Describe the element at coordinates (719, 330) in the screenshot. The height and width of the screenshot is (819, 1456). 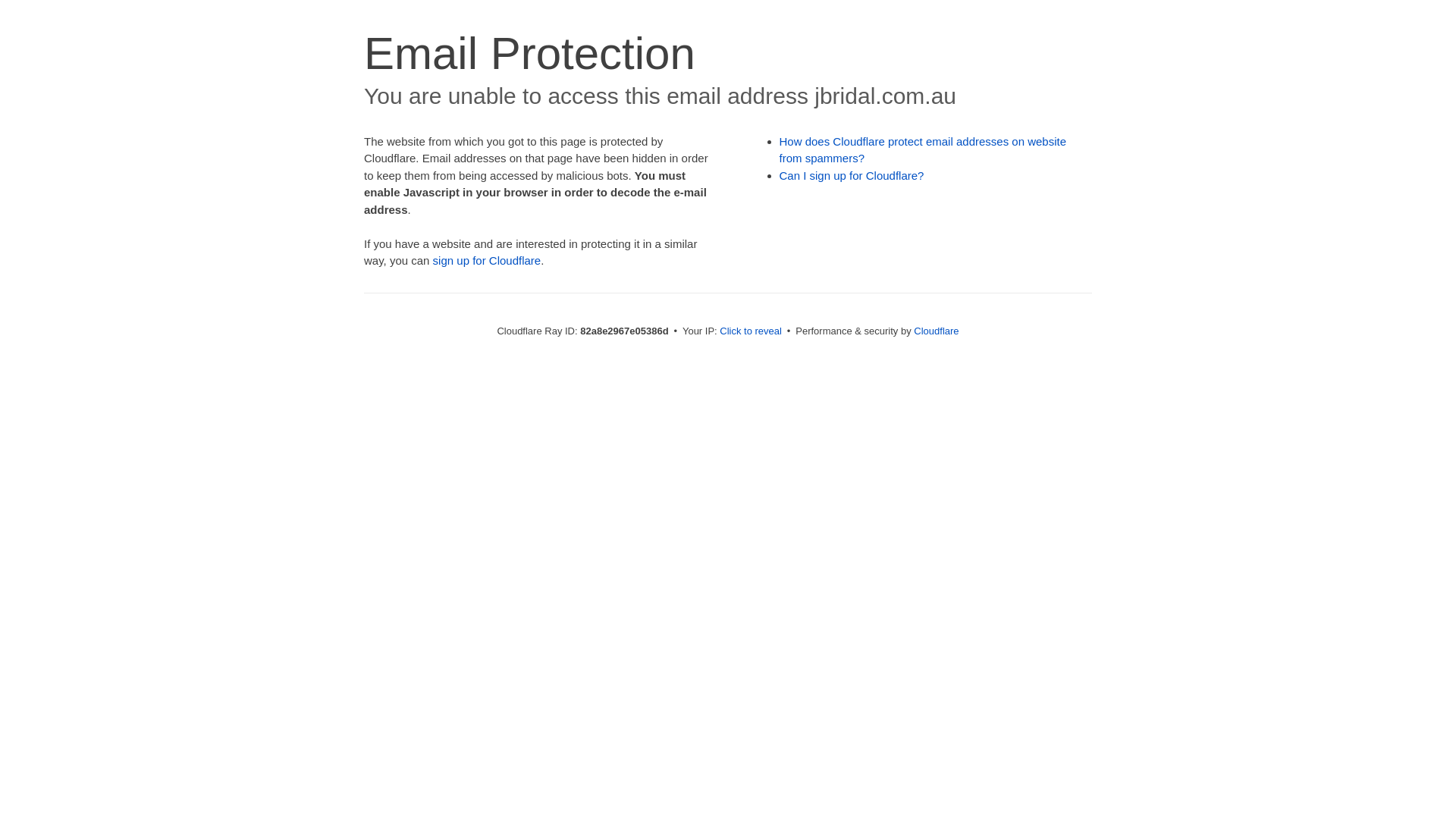
I see `'Click to reveal'` at that location.